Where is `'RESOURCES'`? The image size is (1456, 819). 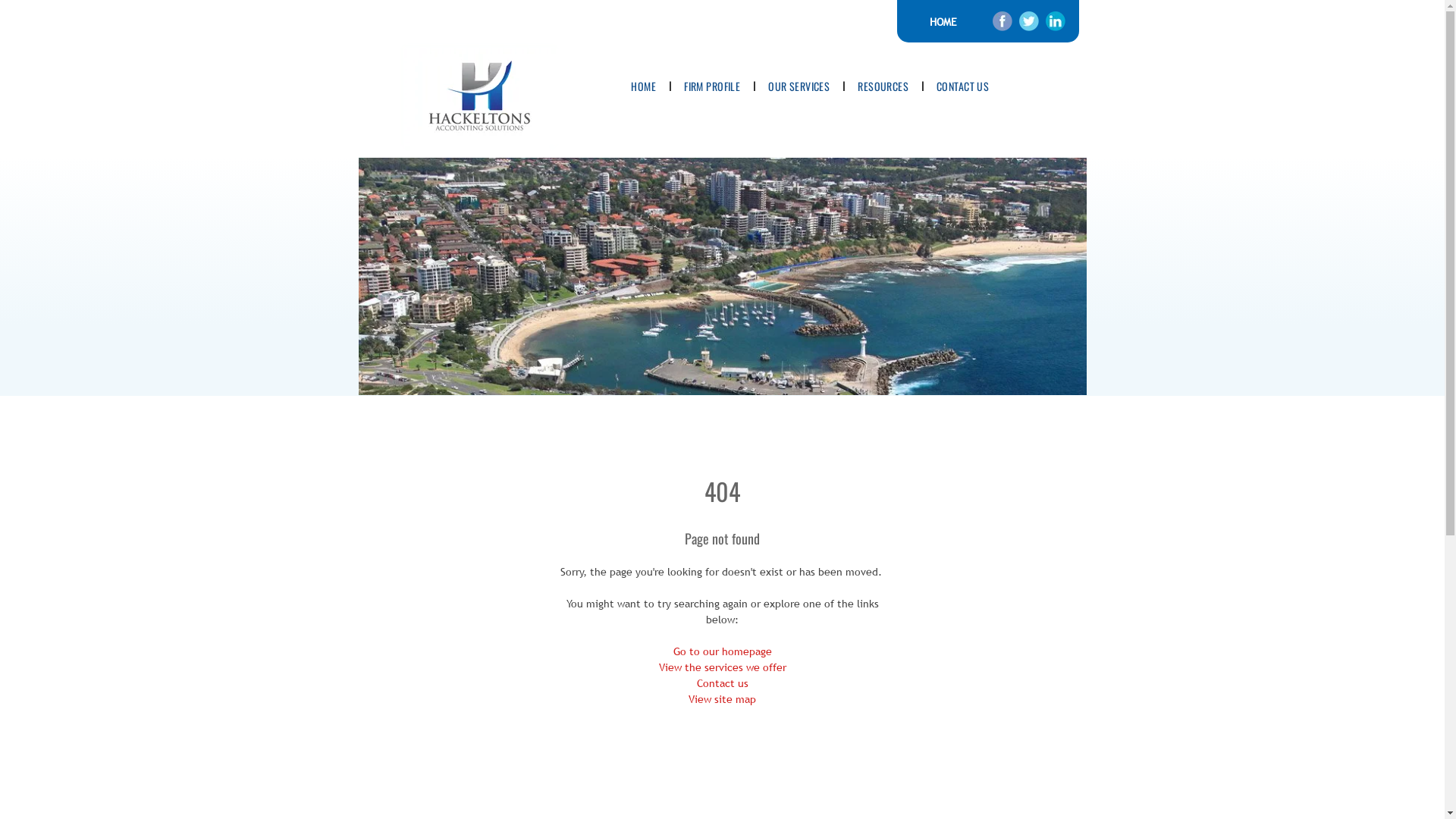
'RESOURCES' is located at coordinates (883, 86).